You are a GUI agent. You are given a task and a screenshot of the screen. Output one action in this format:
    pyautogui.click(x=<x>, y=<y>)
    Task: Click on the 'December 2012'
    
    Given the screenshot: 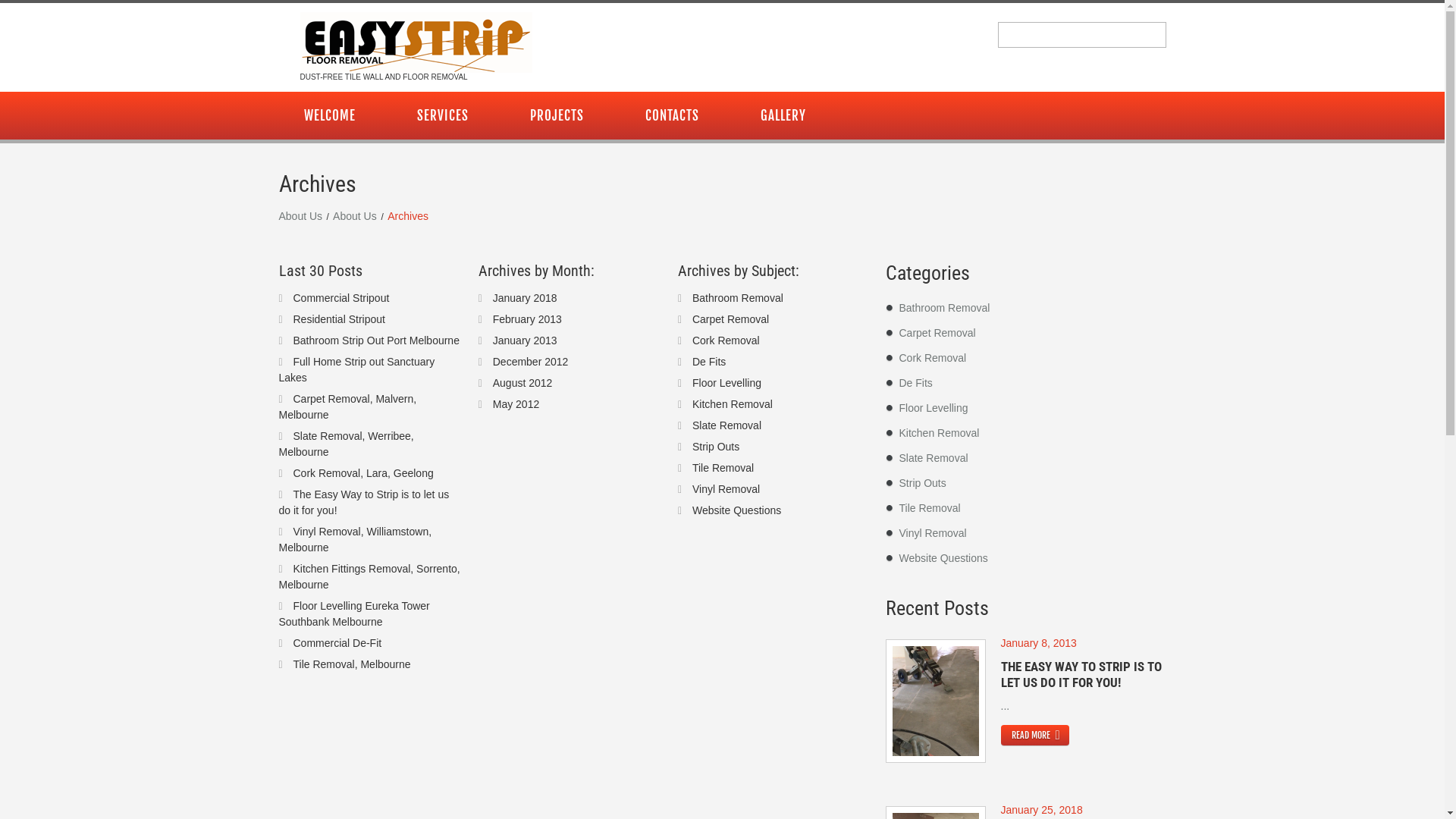 What is the action you would take?
    pyautogui.click(x=531, y=360)
    